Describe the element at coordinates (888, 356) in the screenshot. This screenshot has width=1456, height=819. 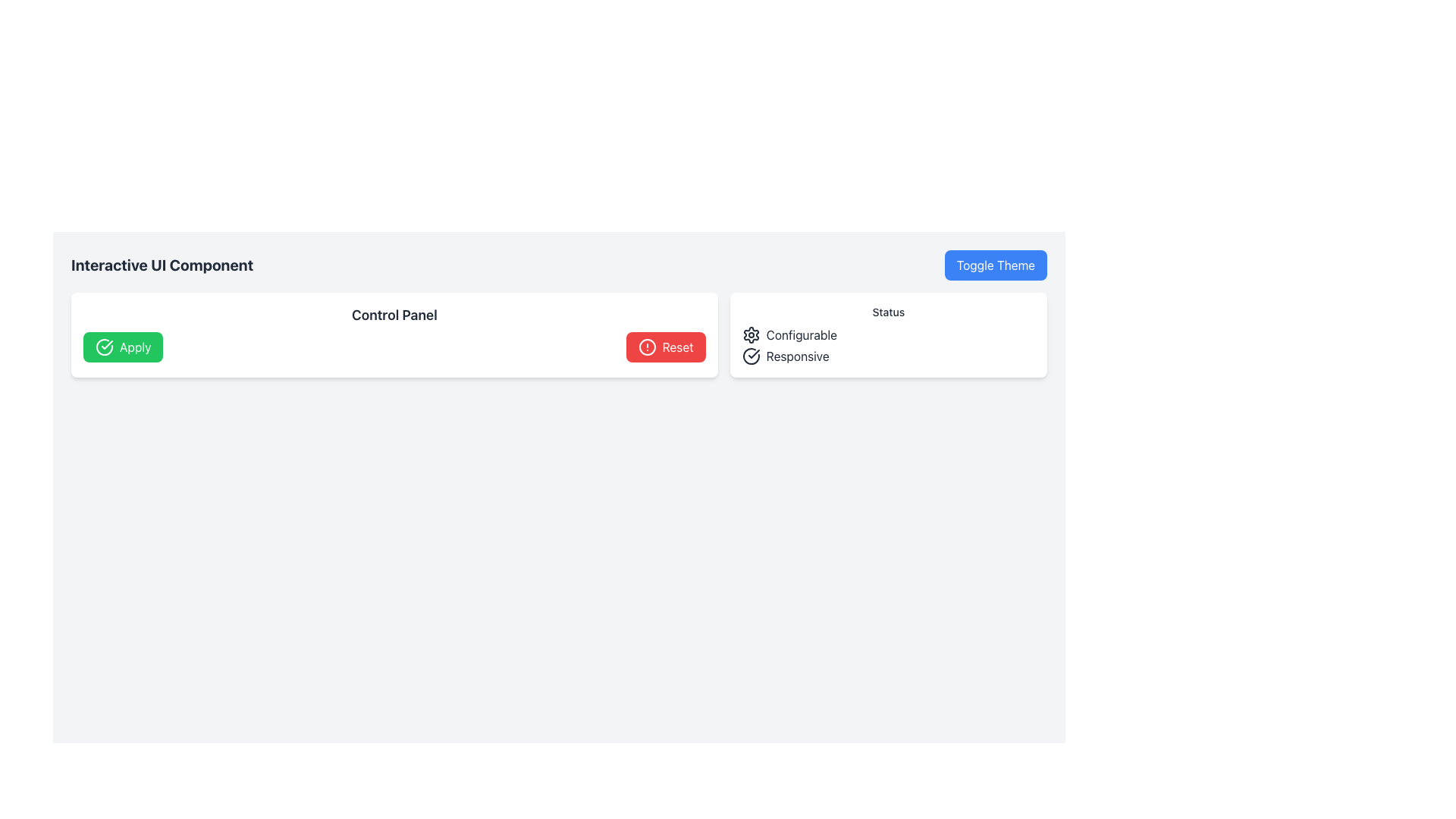
I see `checkmark icon in the 'Responsive' label, which is a rectangular UI component located in the 'Status' section of the interface` at that location.